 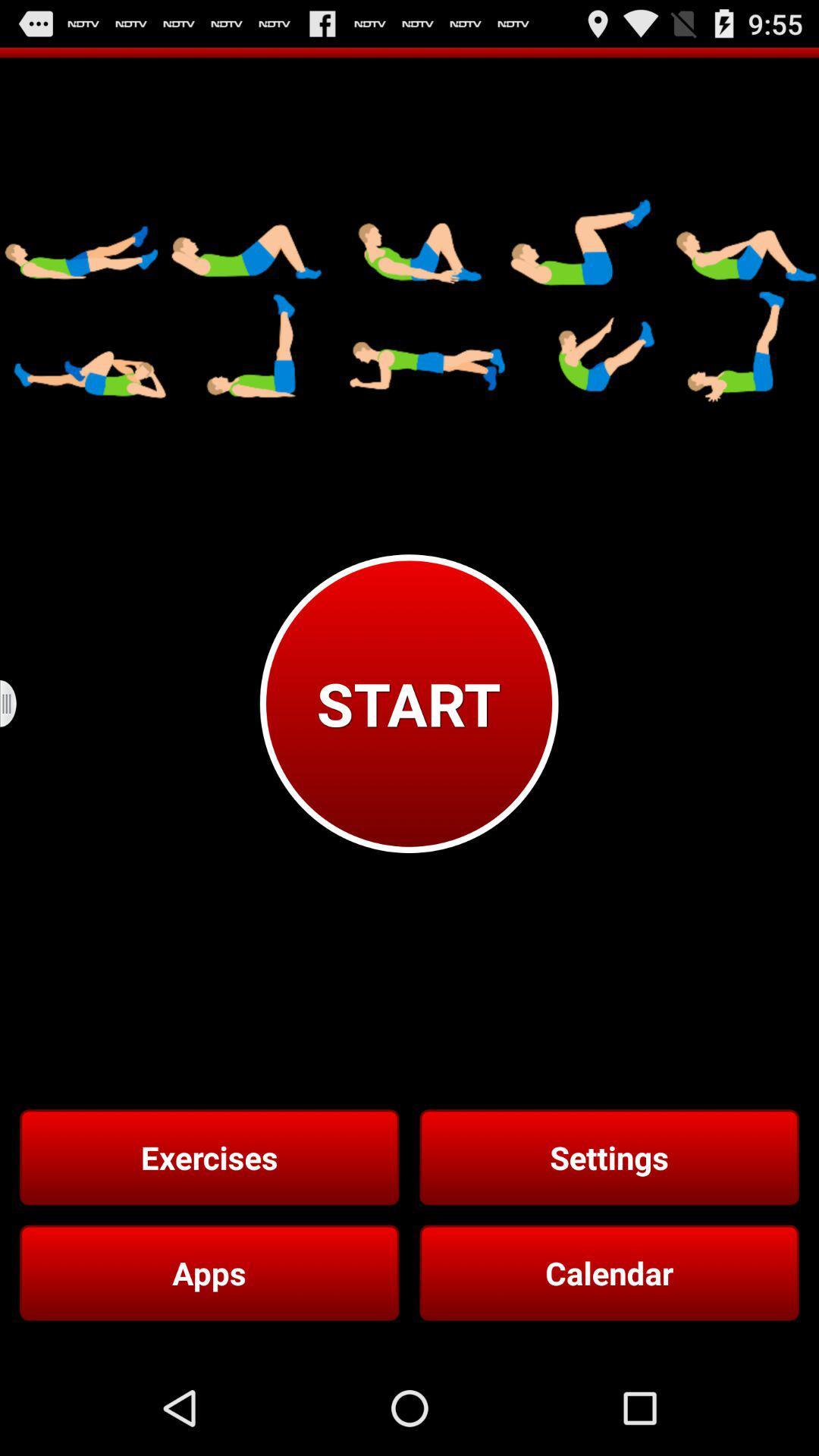 I want to click on settings, so click(x=608, y=1156).